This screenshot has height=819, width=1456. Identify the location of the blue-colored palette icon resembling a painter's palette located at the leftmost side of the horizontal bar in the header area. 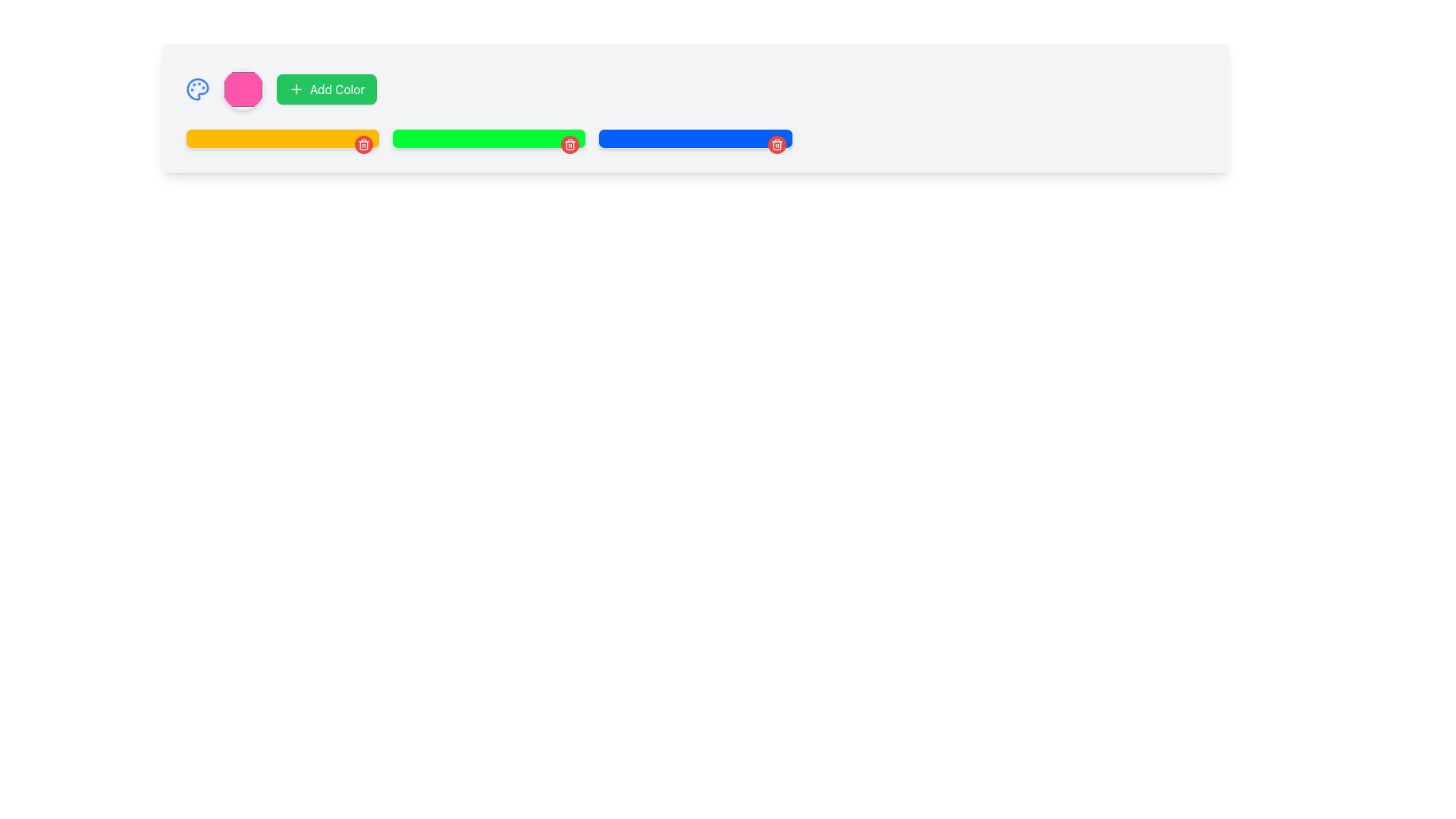
(196, 89).